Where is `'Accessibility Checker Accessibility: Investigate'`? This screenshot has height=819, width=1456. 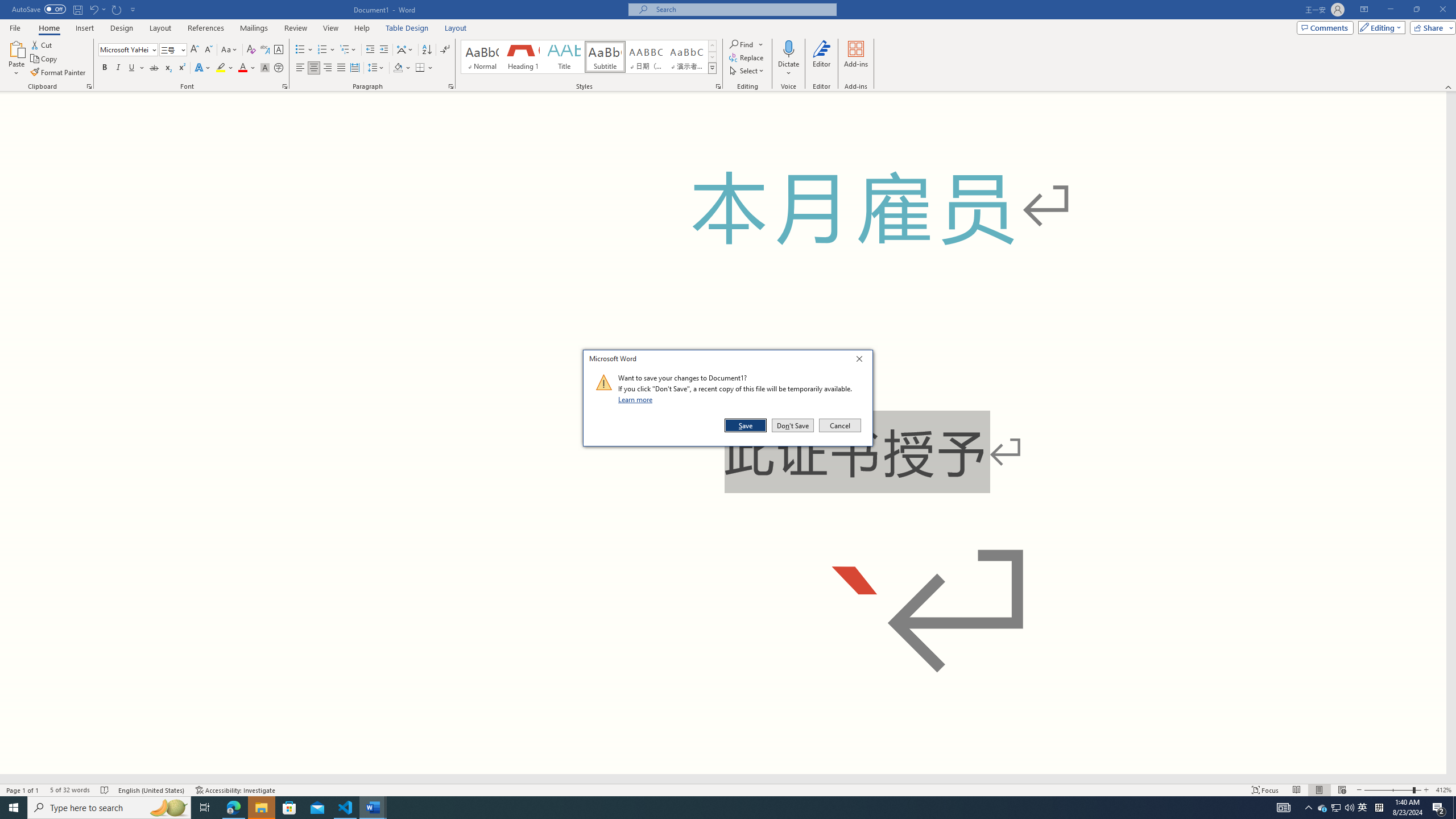
'Accessibility Checker Accessibility: Investigate' is located at coordinates (235, 790).